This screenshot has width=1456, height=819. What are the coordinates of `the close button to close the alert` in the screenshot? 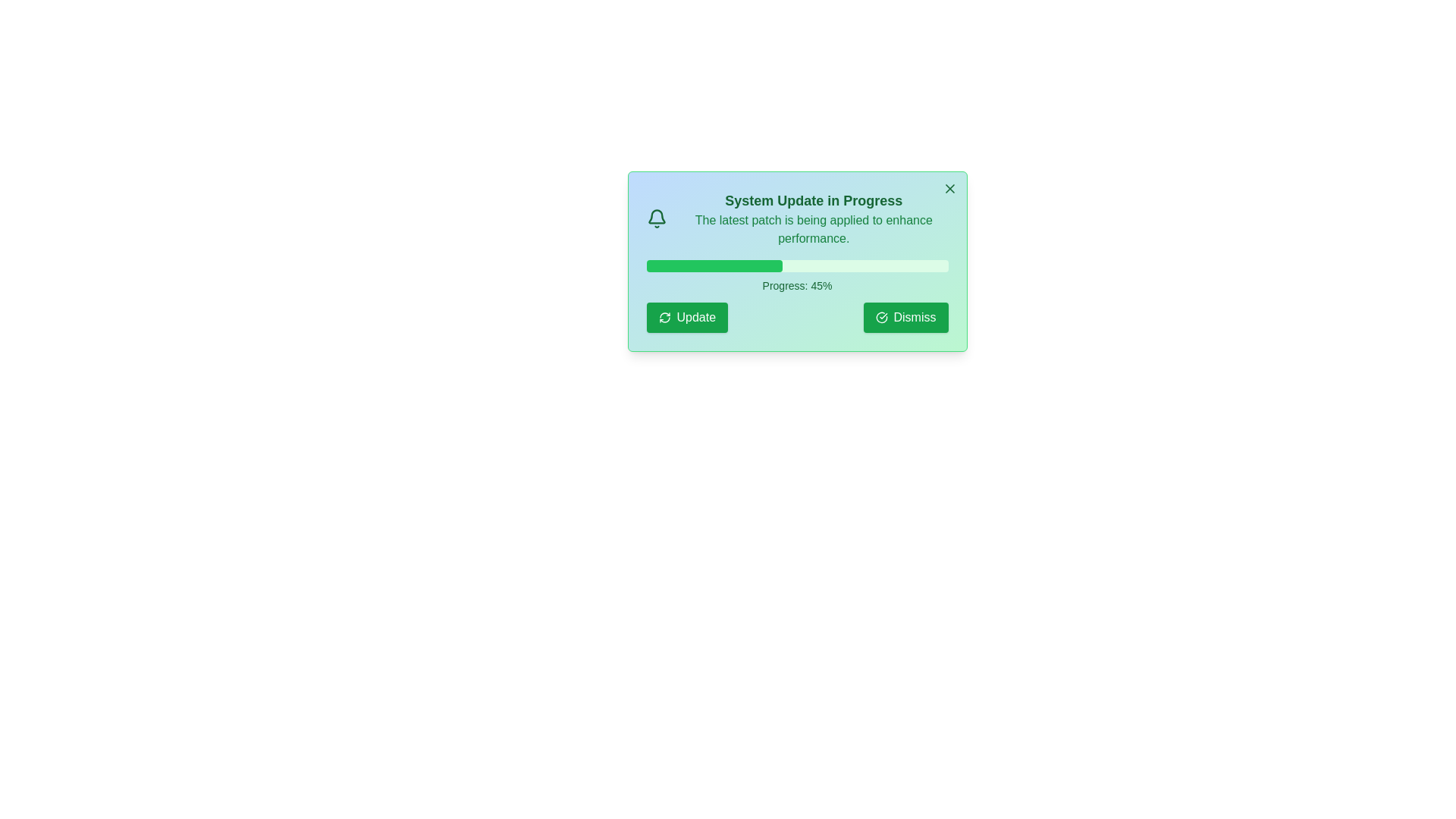 It's located at (949, 188).